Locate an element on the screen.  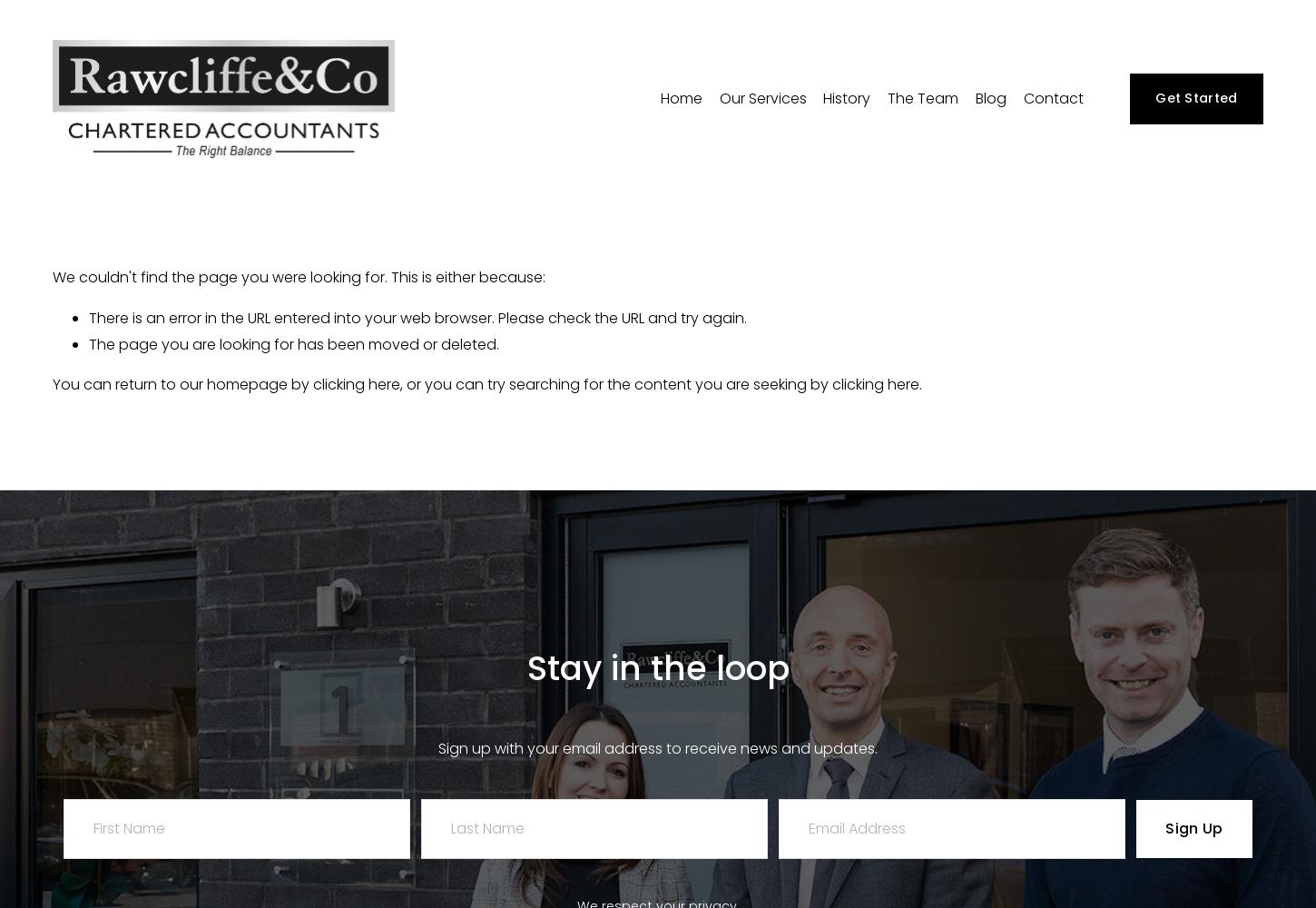
'There is an error in the URL entered into your web browser. Please check the URL and try again.' is located at coordinates (89, 316).